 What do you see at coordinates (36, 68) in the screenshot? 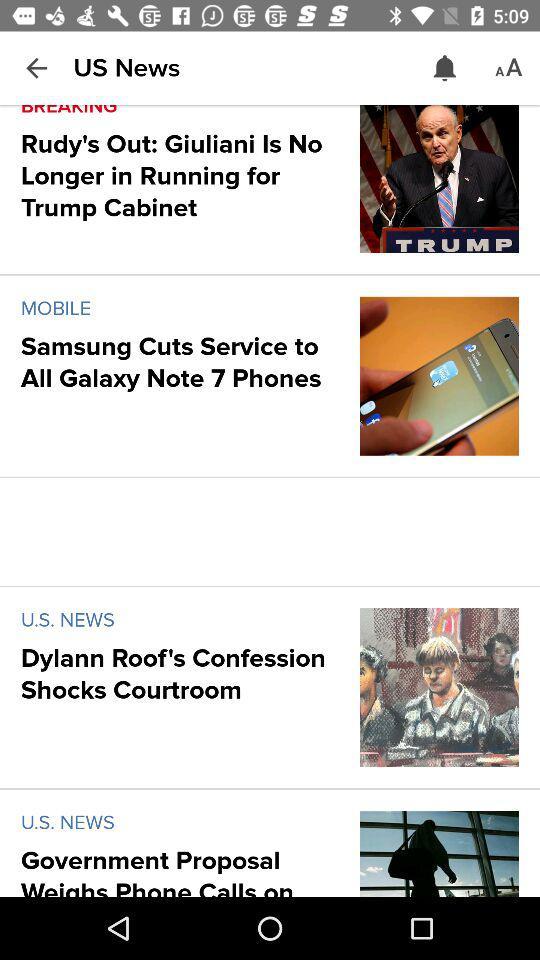
I see `the icon next to the us news icon` at bounding box center [36, 68].